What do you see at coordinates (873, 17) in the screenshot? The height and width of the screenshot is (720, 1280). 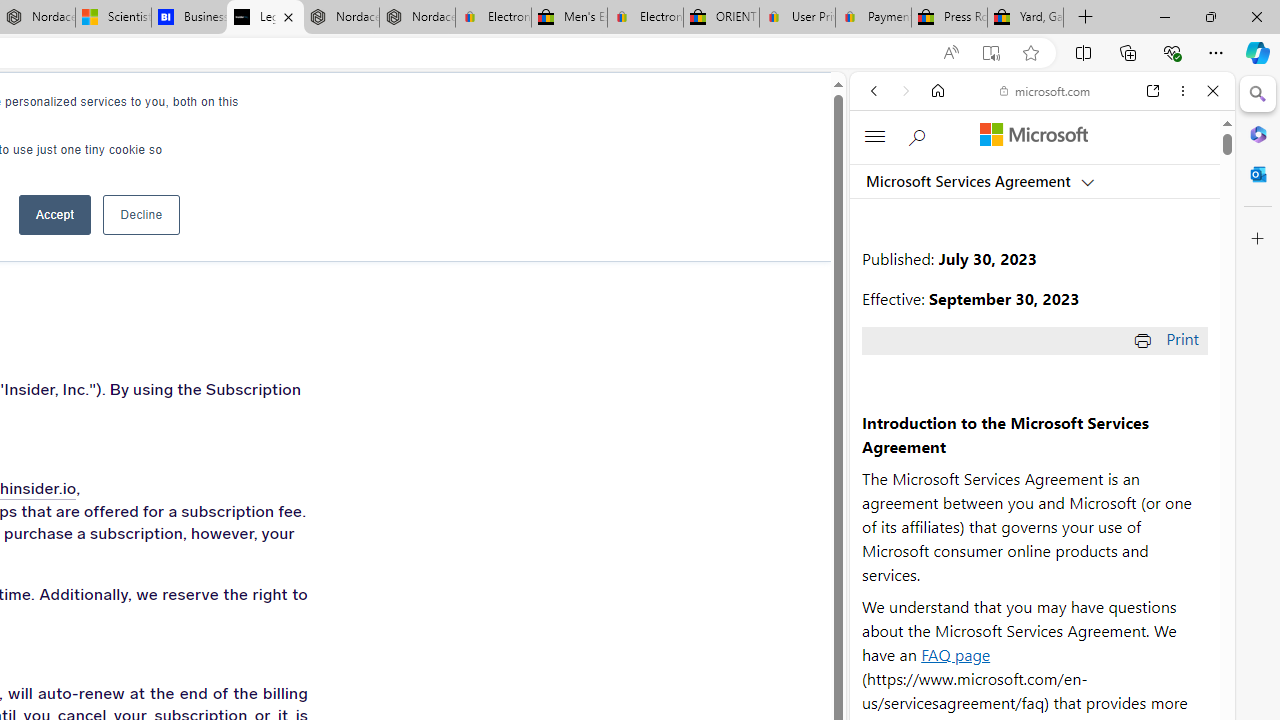 I see `'Payments Terms of Use | eBay.com'` at bounding box center [873, 17].